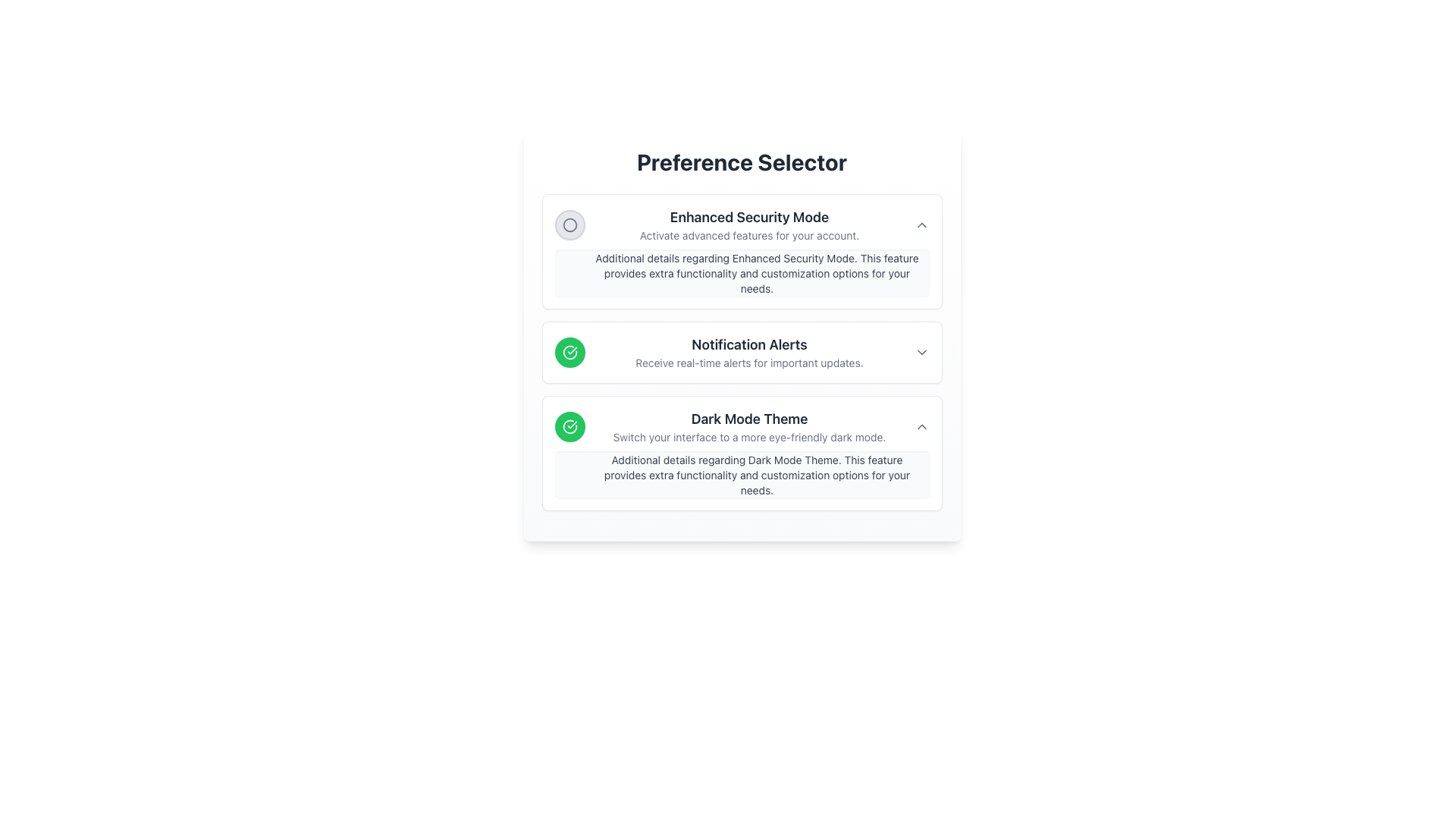 Image resolution: width=1456 pixels, height=819 pixels. Describe the element at coordinates (749, 225) in the screenshot. I see `the text block that provides information about the 'Enhanced Security Mode' feature in the settings menu` at that location.